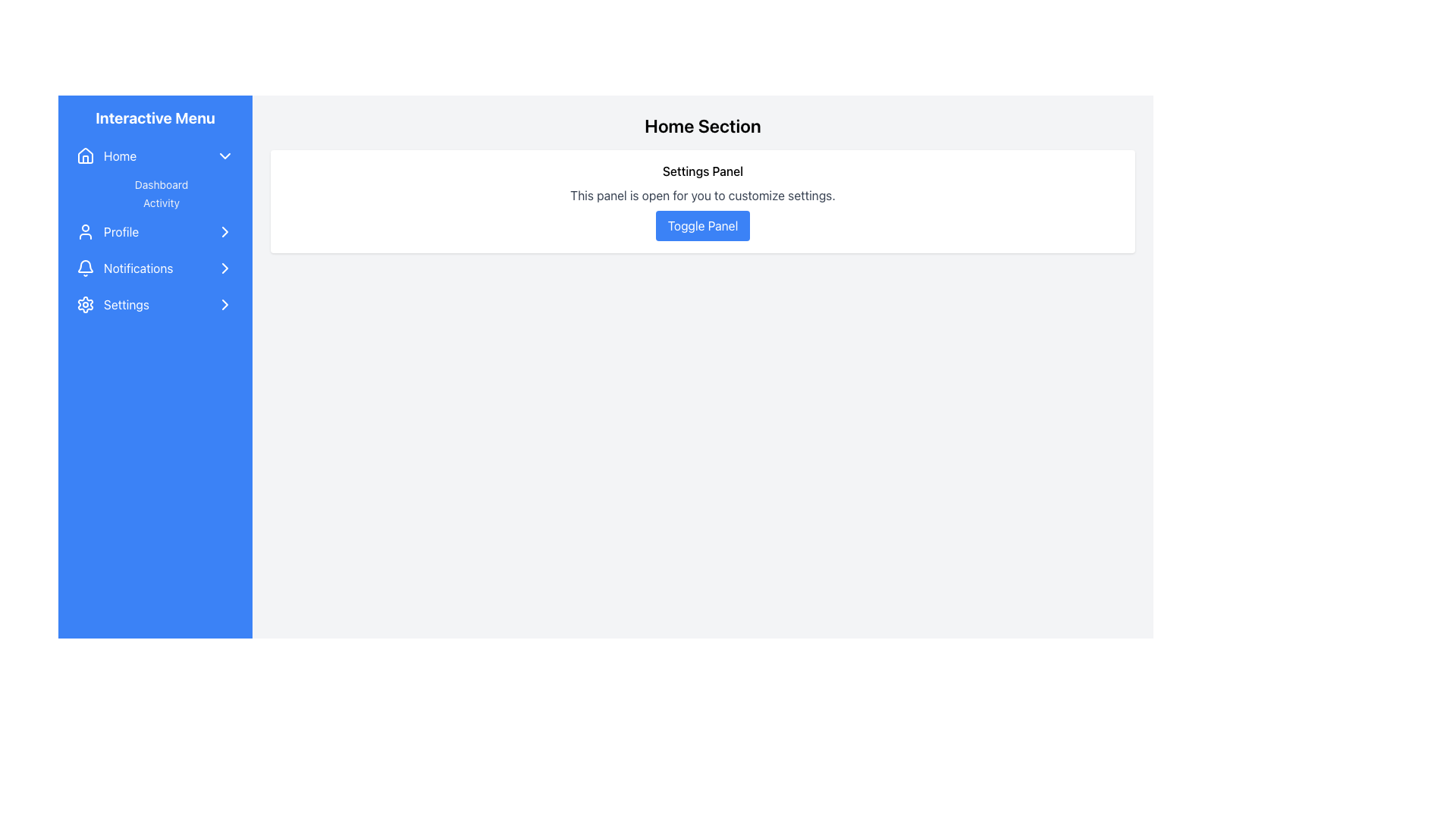 The image size is (1456, 819). I want to click on the expansion icon located to the right of the 'Settings' menu item in the vertical navigation menu, so click(224, 304).